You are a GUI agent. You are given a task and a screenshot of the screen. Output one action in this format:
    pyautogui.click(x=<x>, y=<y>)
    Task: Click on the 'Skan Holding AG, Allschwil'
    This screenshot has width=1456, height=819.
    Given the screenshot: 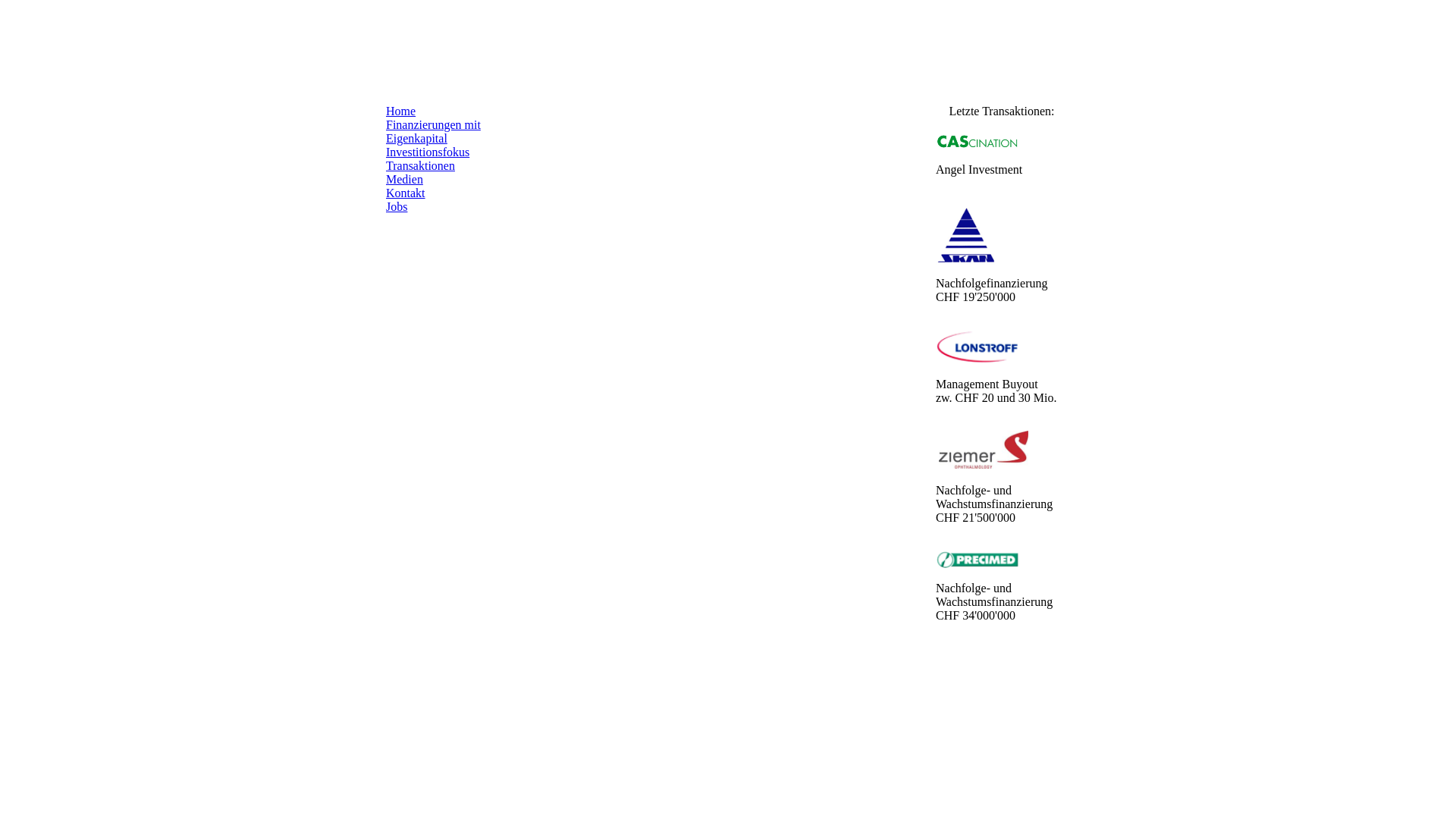 What is the action you would take?
    pyautogui.click(x=965, y=234)
    